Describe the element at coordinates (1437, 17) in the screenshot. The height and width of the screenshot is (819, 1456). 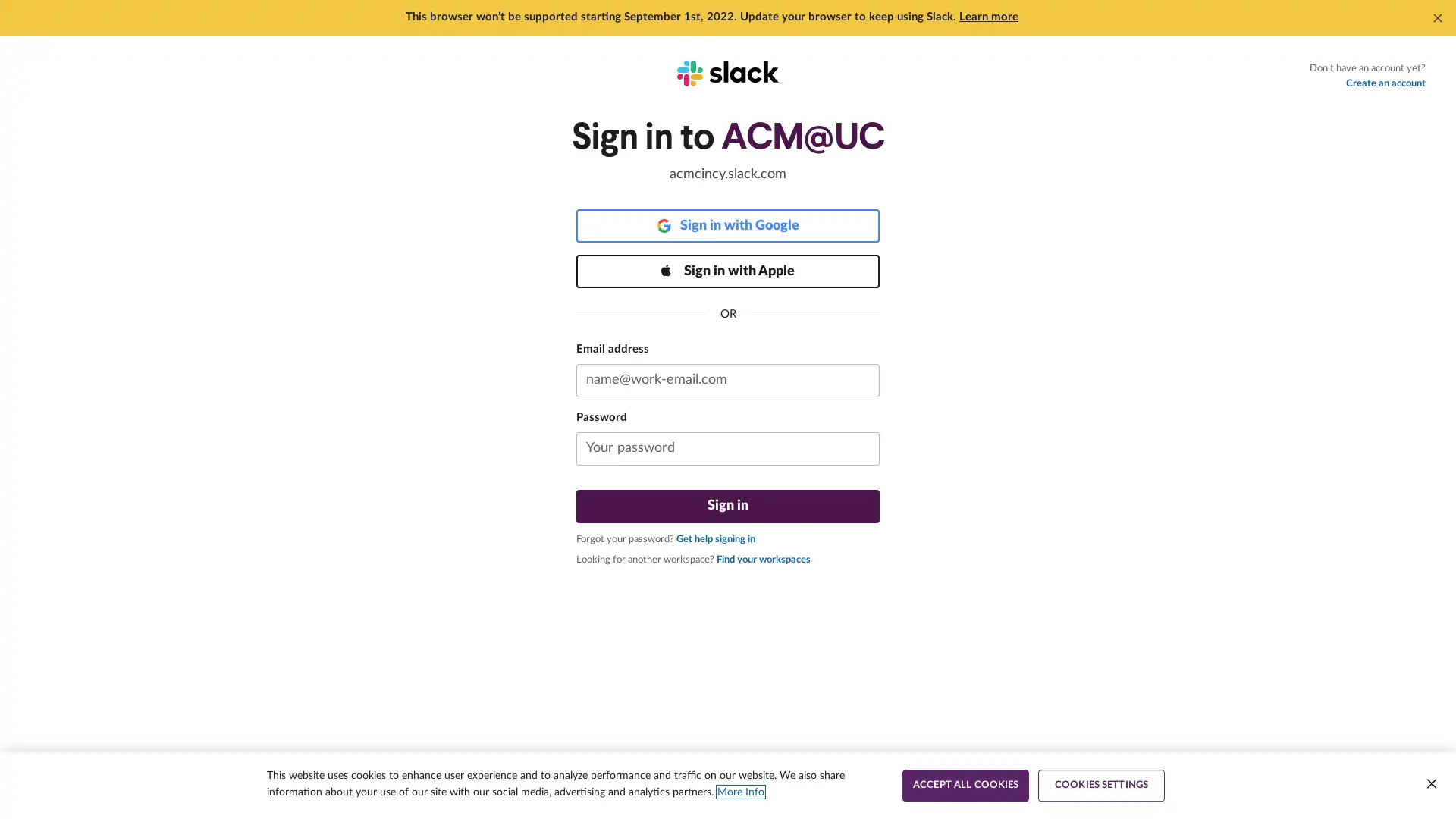
I see `Dismiss` at that location.